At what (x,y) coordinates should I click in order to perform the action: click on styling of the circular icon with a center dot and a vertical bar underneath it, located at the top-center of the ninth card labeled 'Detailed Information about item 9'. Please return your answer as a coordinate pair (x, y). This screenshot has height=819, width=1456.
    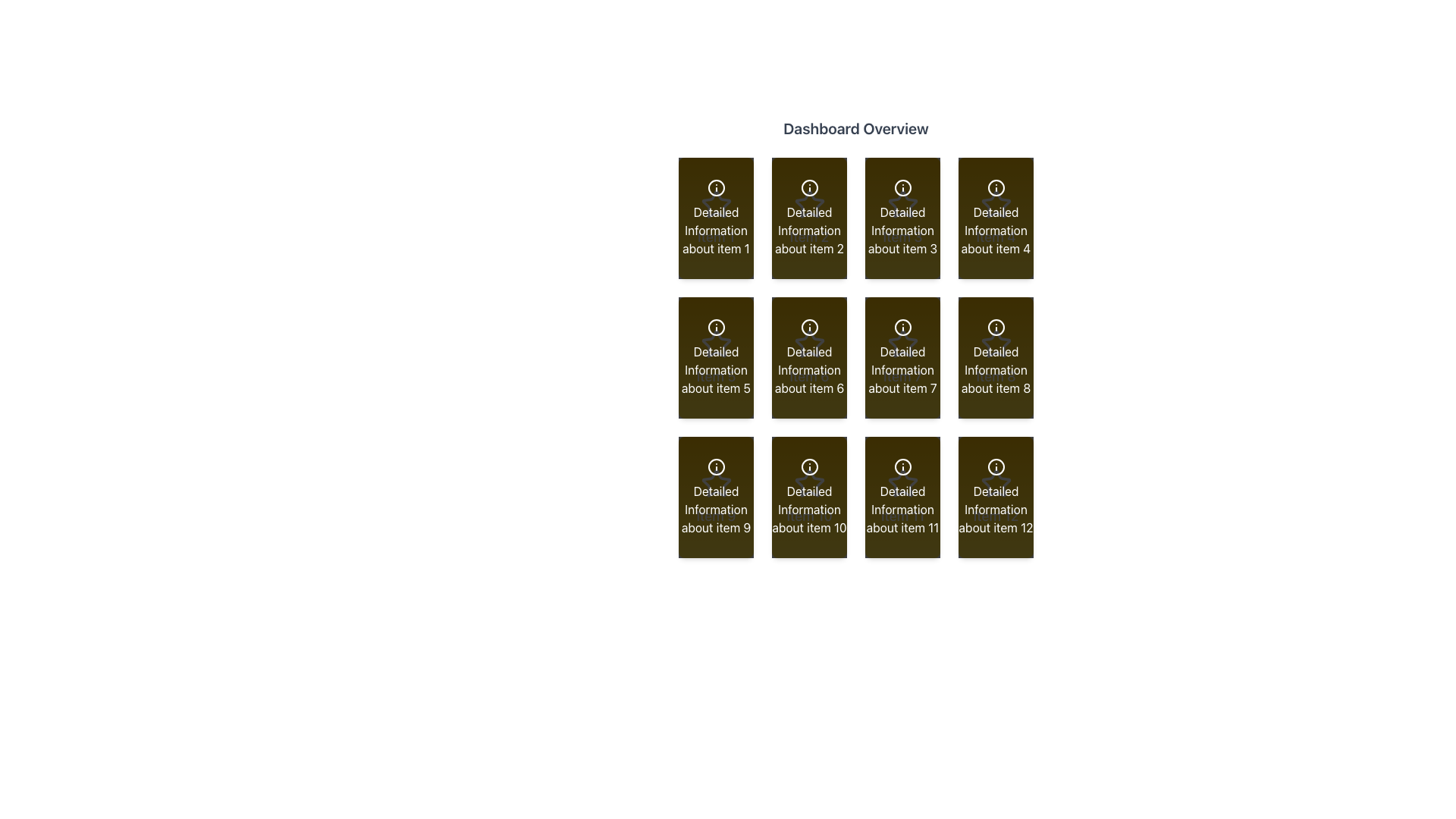
    Looking at the image, I should click on (715, 466).